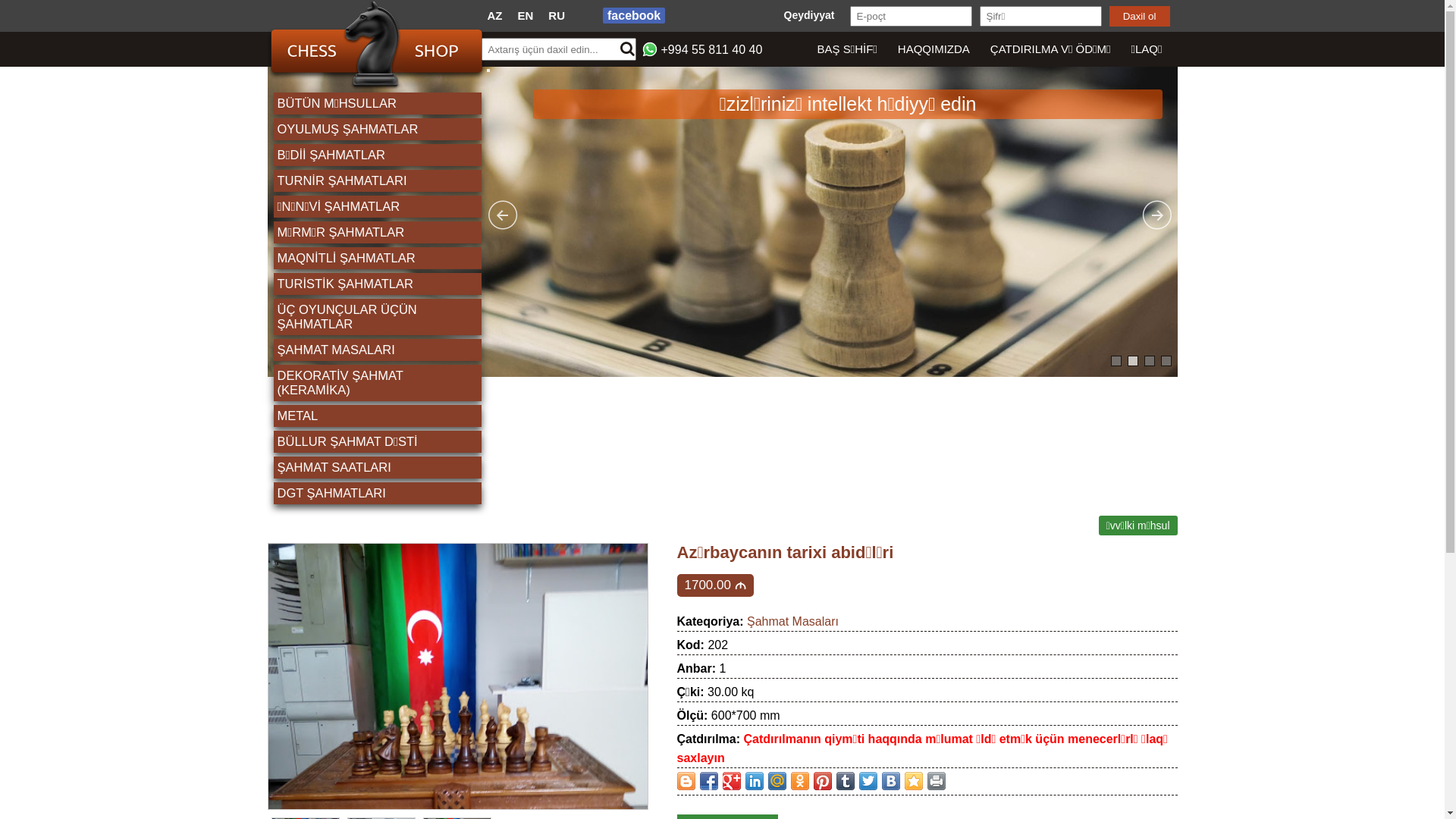 Image resolution: width=1456 pixels, height=819 pixels. I want to click on 'Share on VK', so click(890, 780).